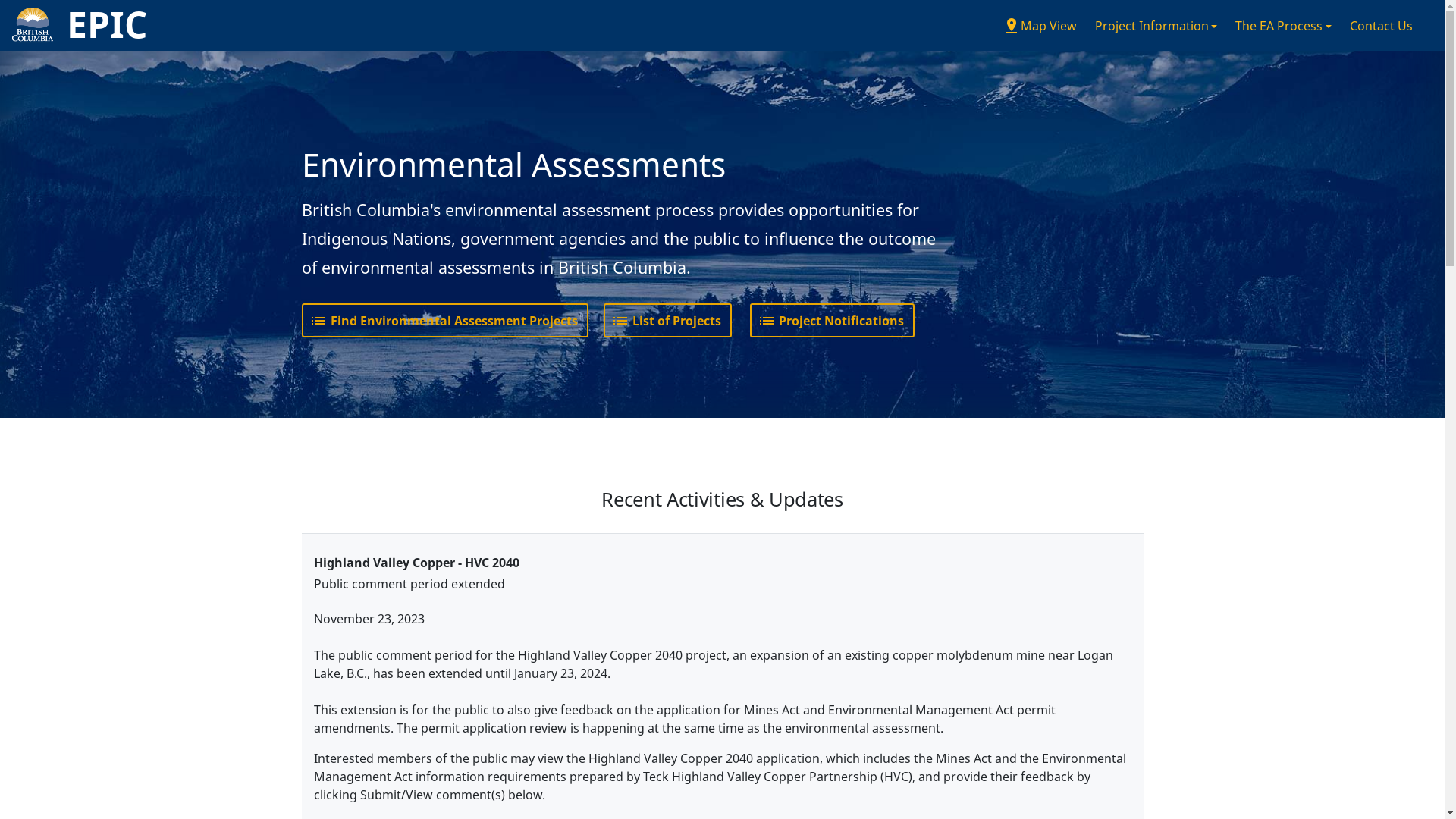 This screenshot has width=1456, height=819. What do you see at coordinates (1039, 25) in the screenshot?
I see `'pin_dropMap View'` at bounding box center [1039, 25].